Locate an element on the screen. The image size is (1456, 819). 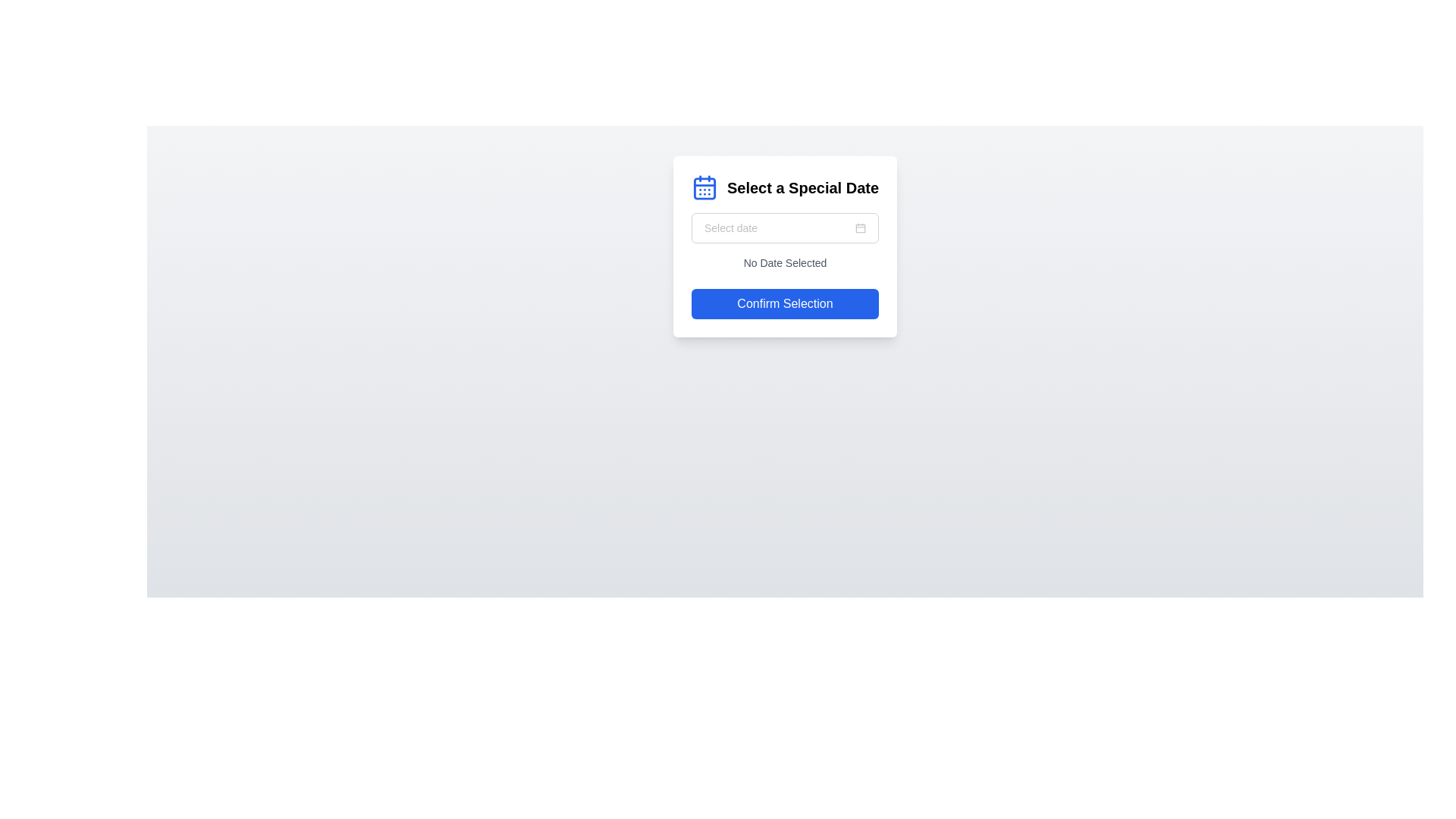
the visual decoration within the SVG calendar icon, located to the left of the title 'Select a Special Date' at the top of the modal popup is located at coordinates (704, 187).